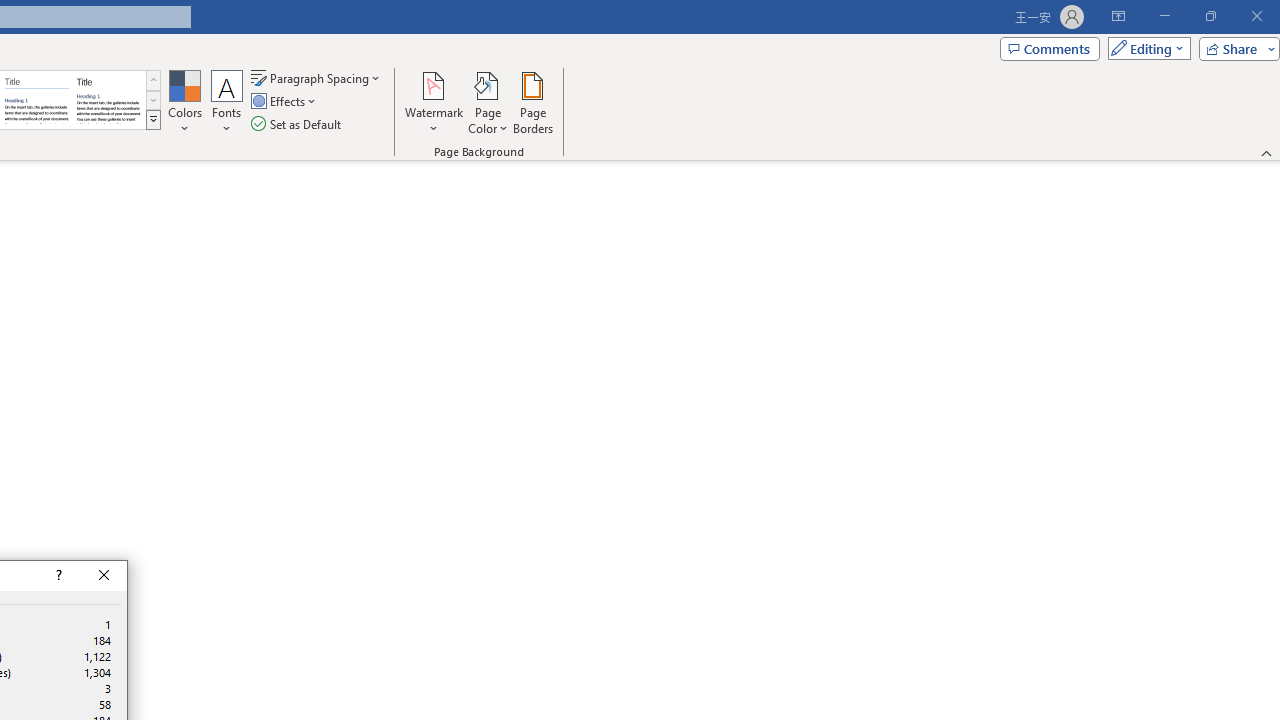 This screenshot has width=1280, height=720. I want to click on 'Row up', so click(152, 79).